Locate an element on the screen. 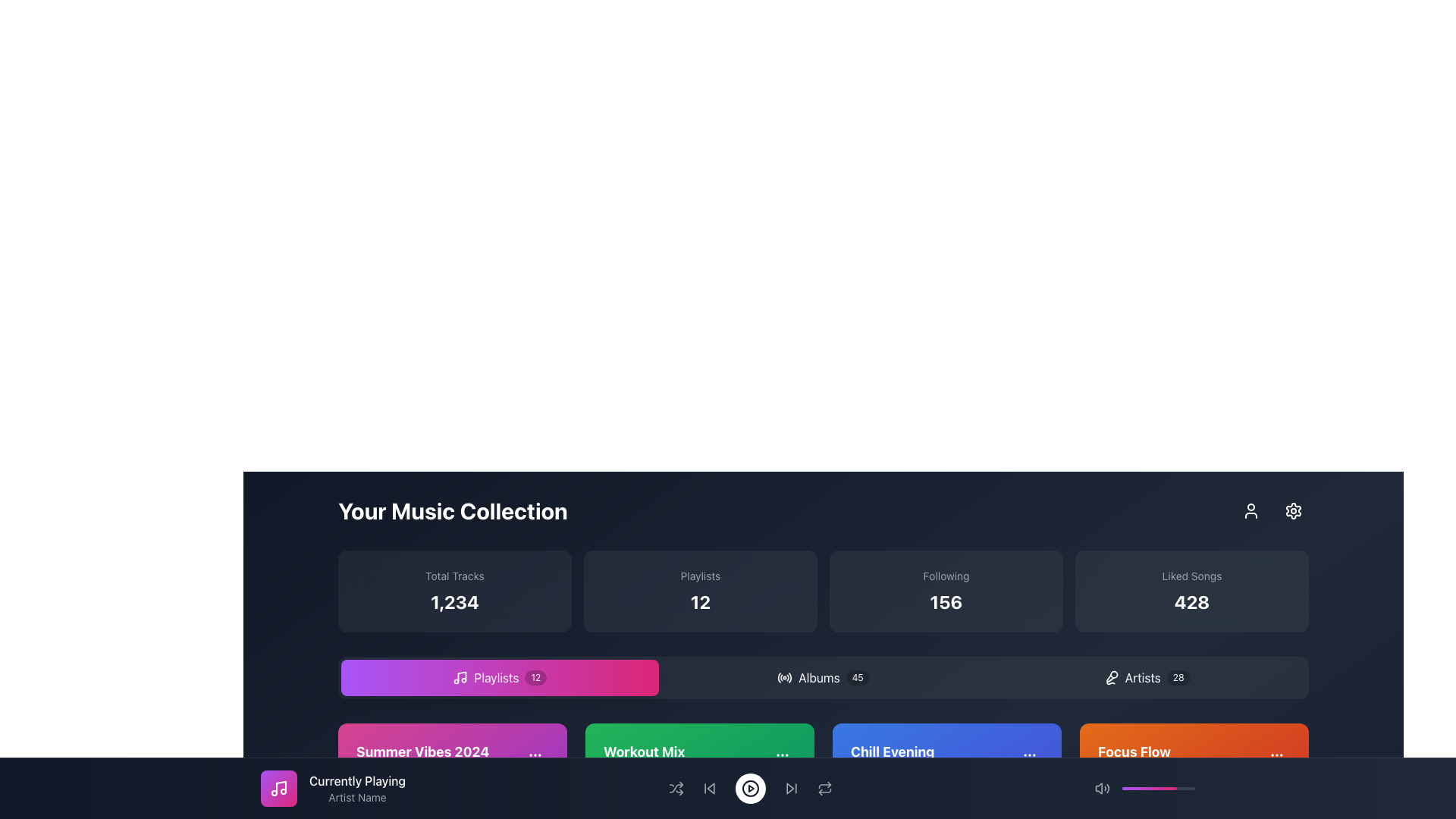  the previous track button icon, which is the third button from the left in the media control strip, to change its color to white is located at coordinates (708, 788).